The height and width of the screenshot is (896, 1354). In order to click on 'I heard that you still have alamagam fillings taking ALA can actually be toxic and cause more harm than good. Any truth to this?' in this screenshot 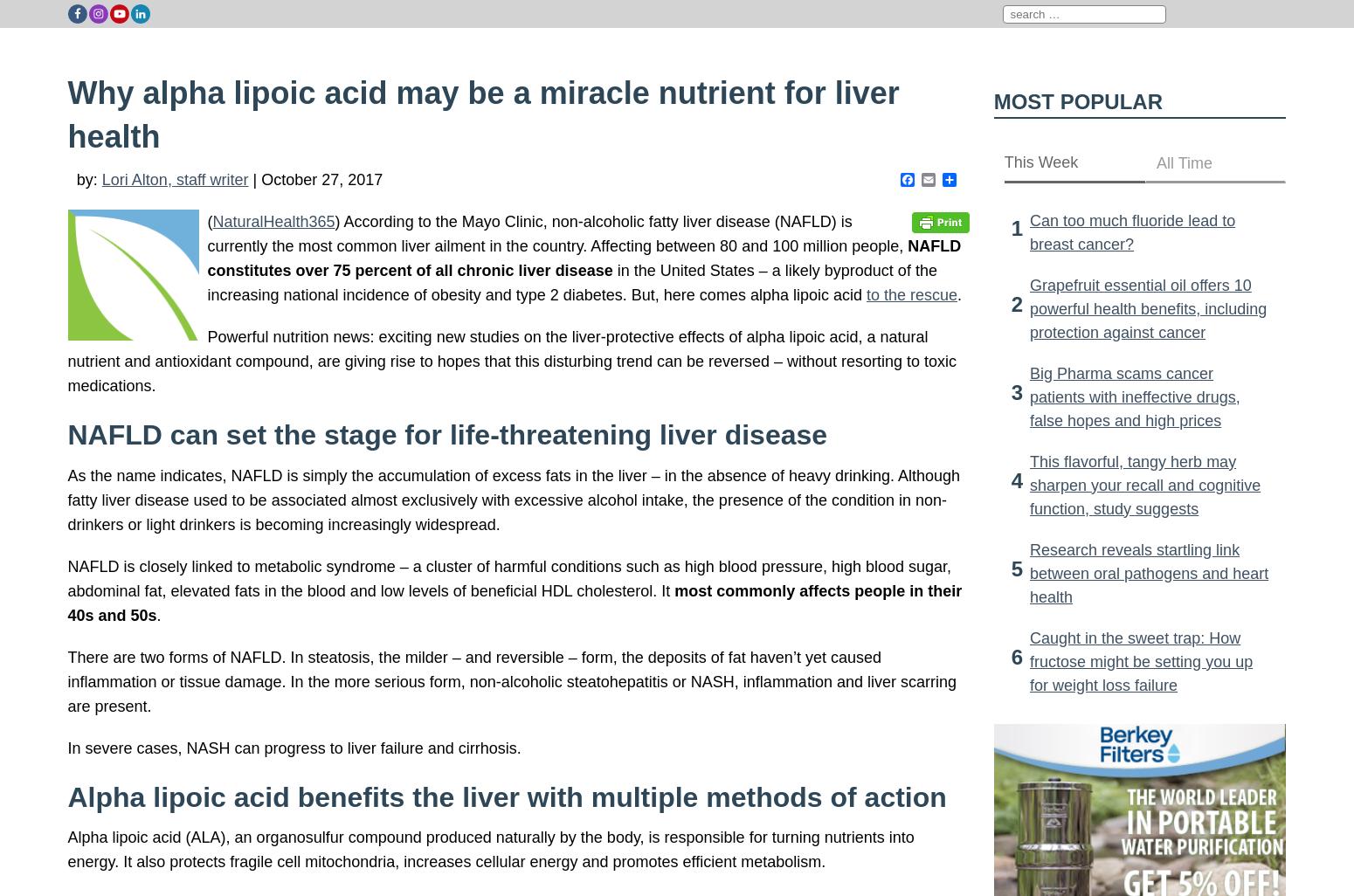, I will do `click(535, 532)`.